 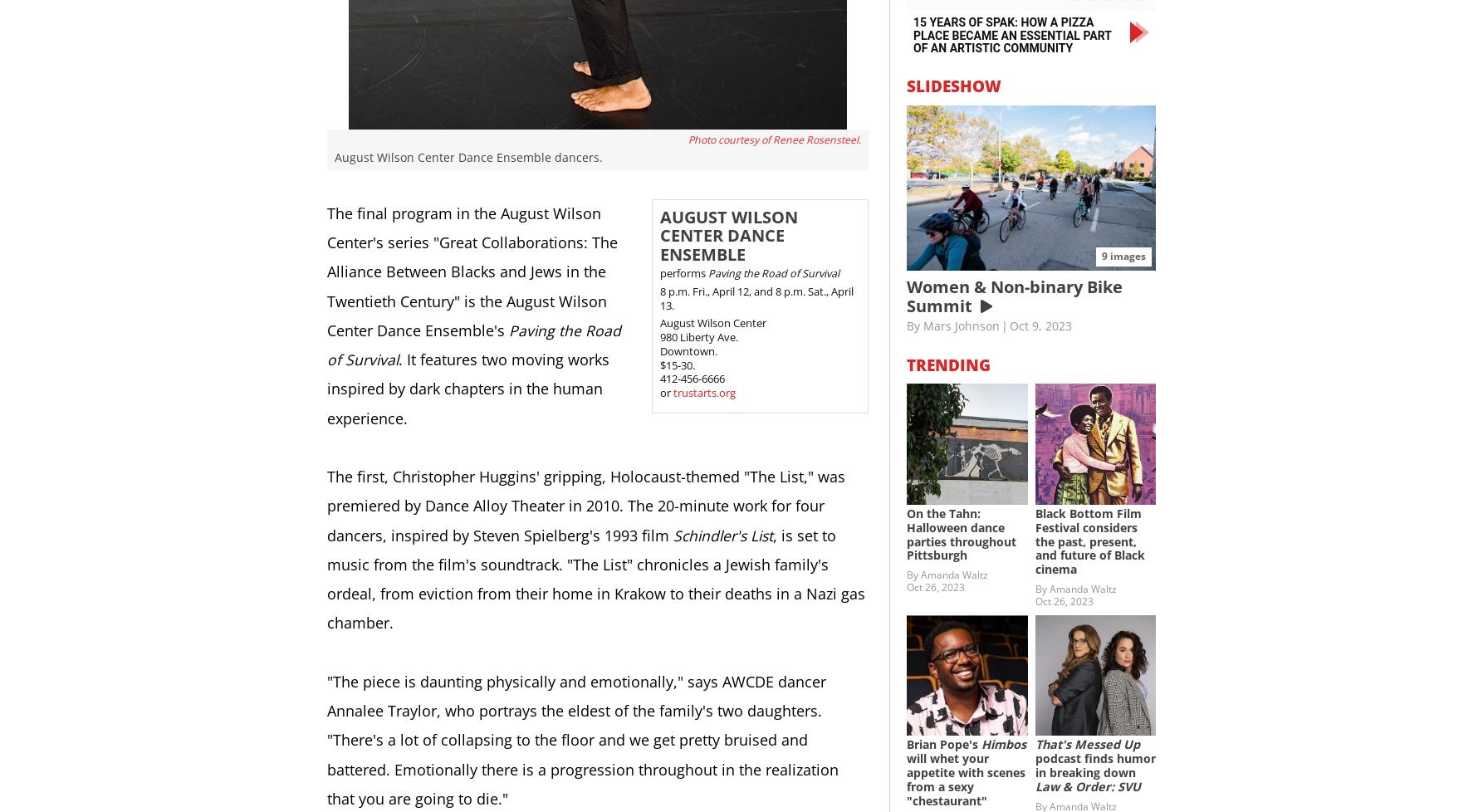 I want to click on 'Oct 9, 2023', so click(x=1010, y=325).